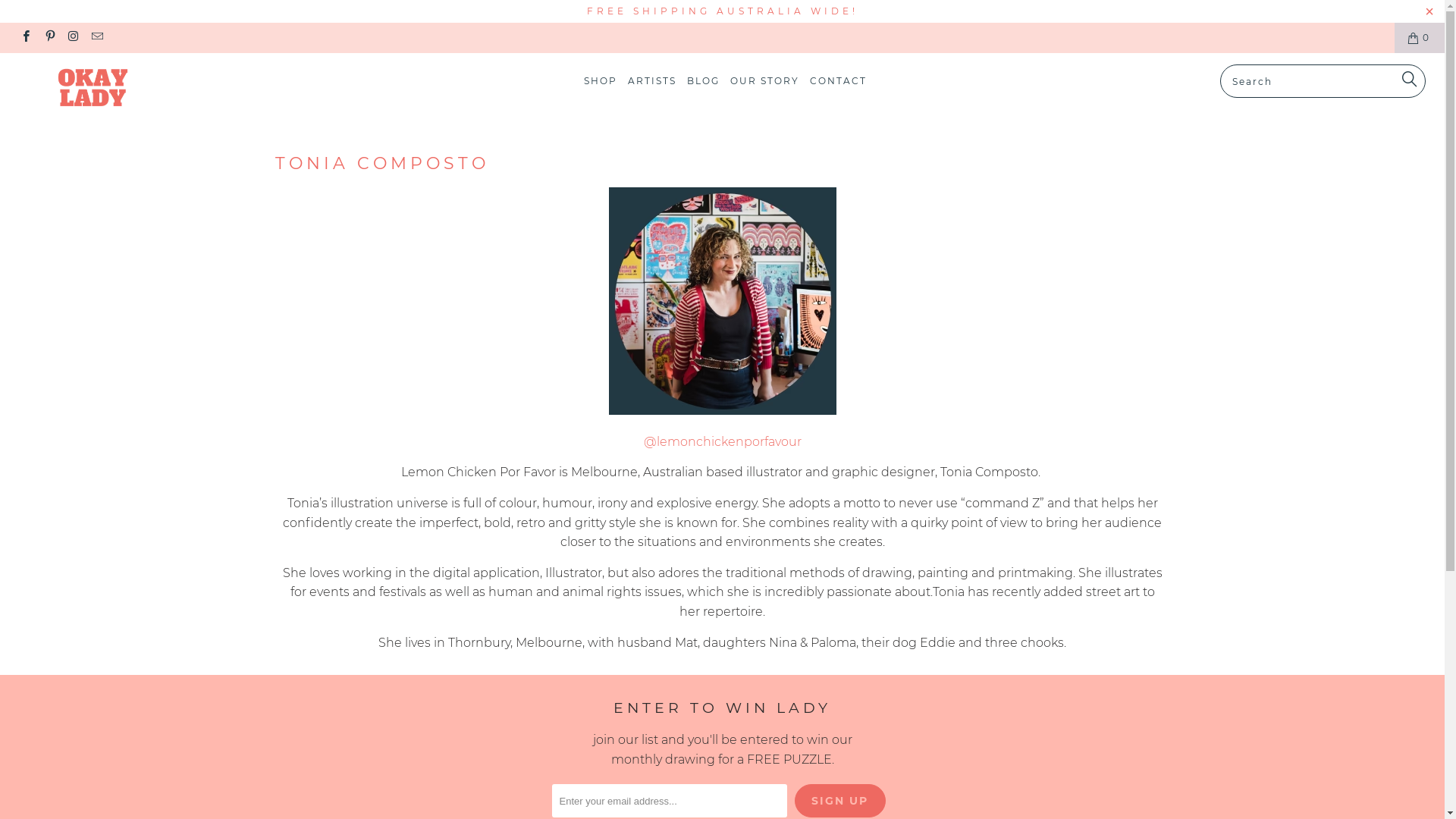 This screenshot has width=1456, height=819. Describe the element at coordinates (600, 81) in the screenshot. I see `'SHOP'` at that location.